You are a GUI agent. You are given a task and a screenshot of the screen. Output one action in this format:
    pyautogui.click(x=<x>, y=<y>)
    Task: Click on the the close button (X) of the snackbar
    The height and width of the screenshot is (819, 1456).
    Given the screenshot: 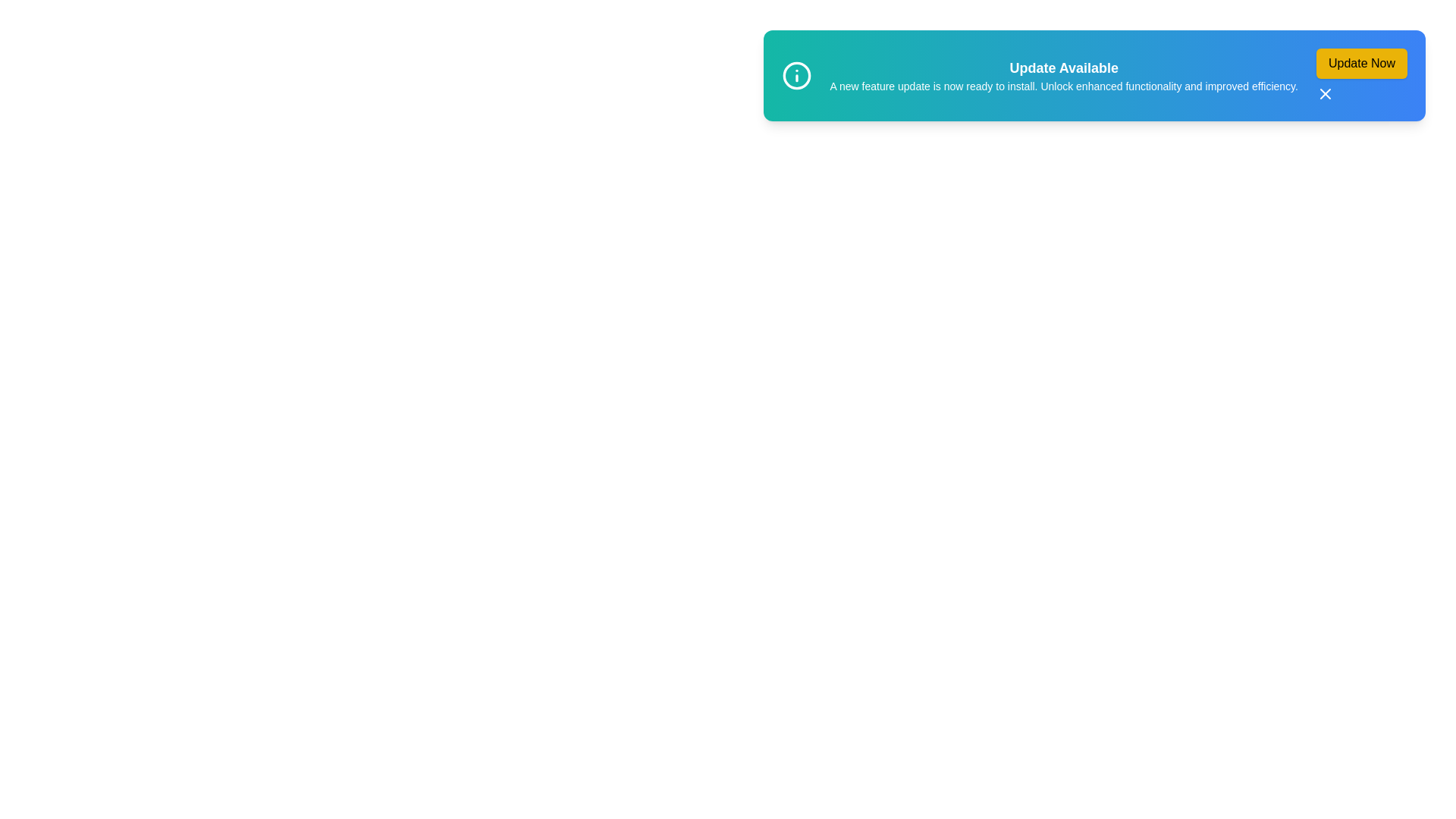 What is the action you would take?
    pyautogui.click(x=1361, y=93)
    